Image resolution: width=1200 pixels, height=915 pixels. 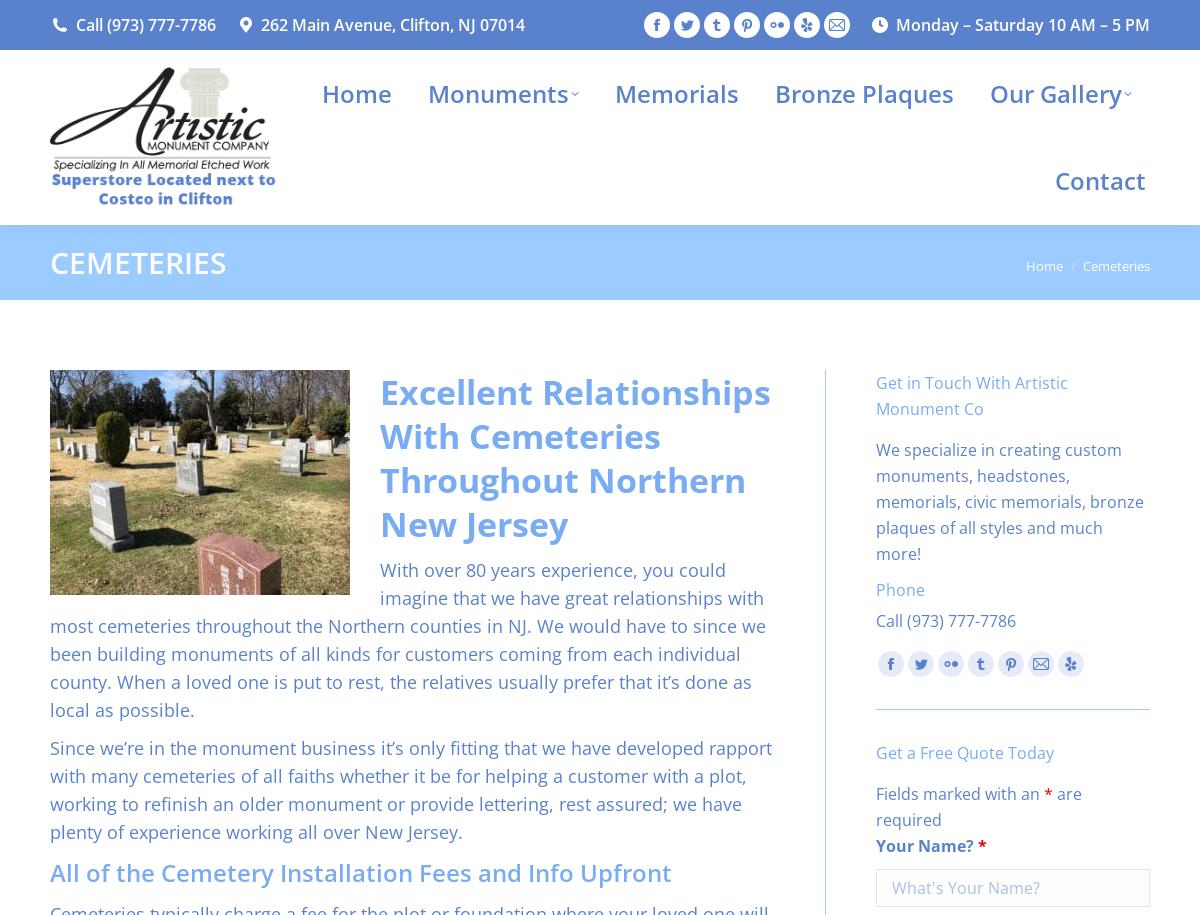 What do you see at coordinates (1099, 179) in the screenshot?
I see `'Contact'` at bounding box center [1099, 179].